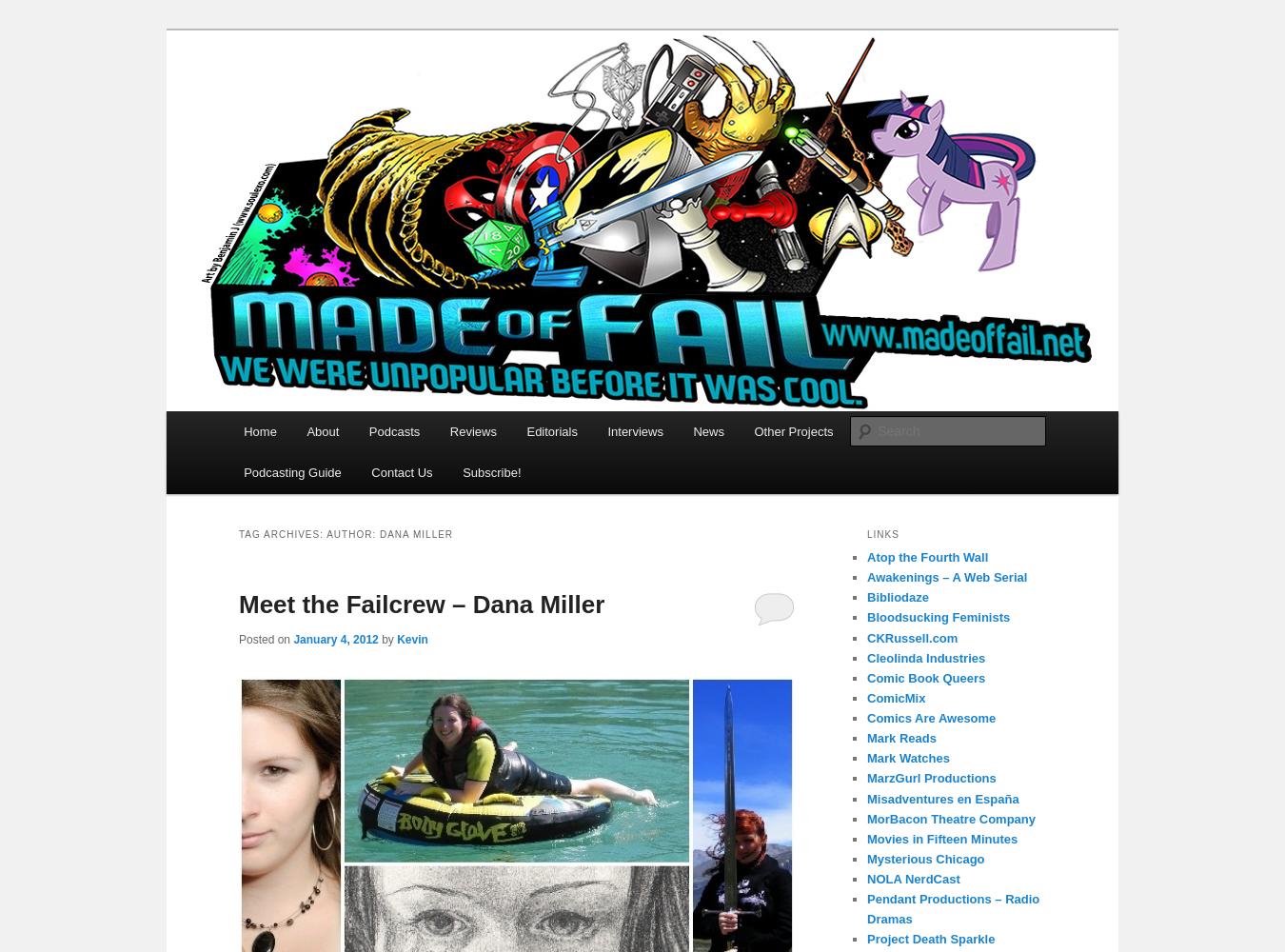 The image size is (1285, 952). What do you see at coordinates (865, 617) in the screenshot?
I see `'Bloodsucking Feminists'` at bounding box center [865, 617].